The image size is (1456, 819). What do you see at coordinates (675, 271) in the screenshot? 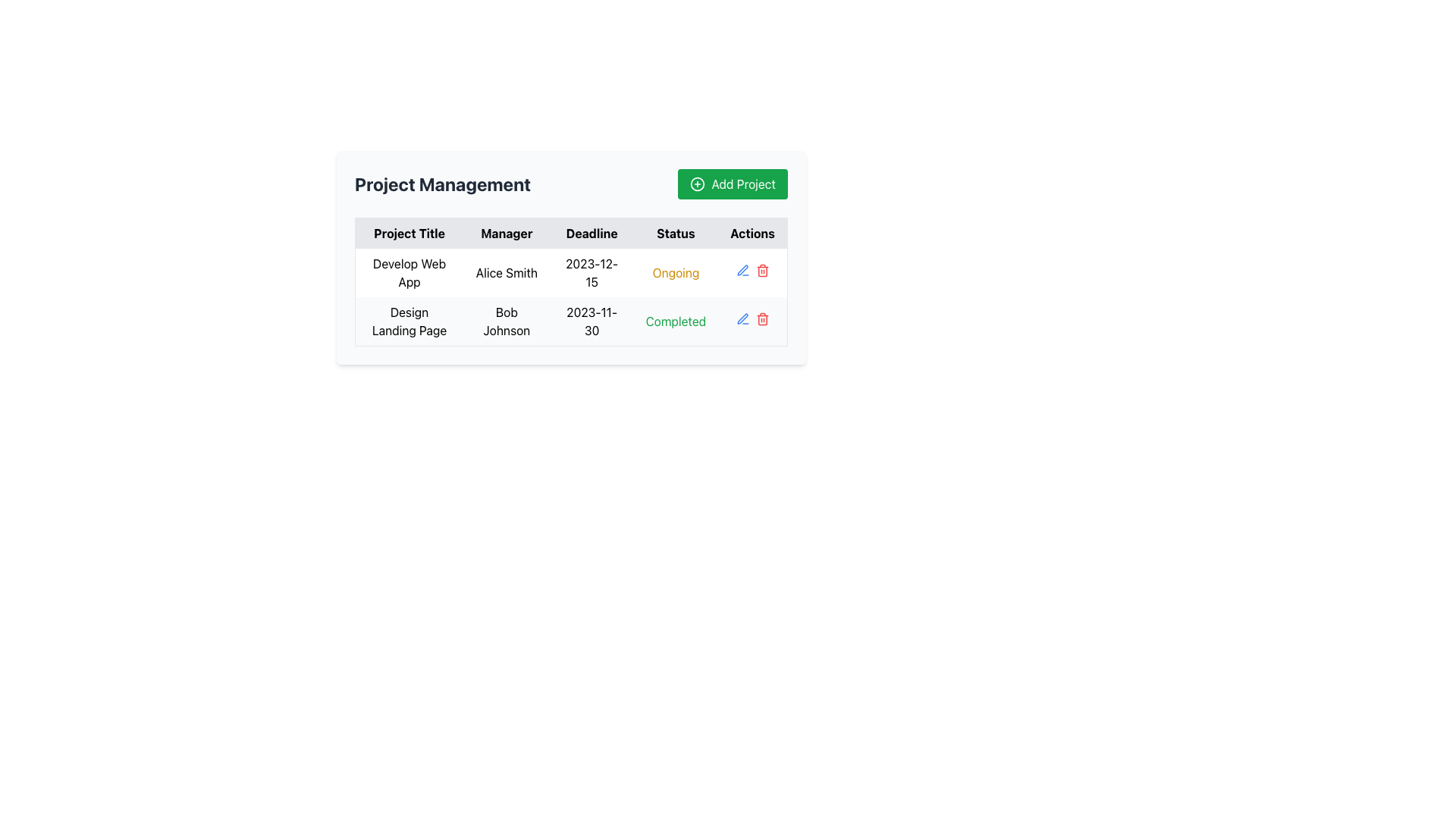
I see `the 'Ongoing' status text label located in the first row of the 'Status' column in the 'Project Management' section` at bounding box center [675, 271].